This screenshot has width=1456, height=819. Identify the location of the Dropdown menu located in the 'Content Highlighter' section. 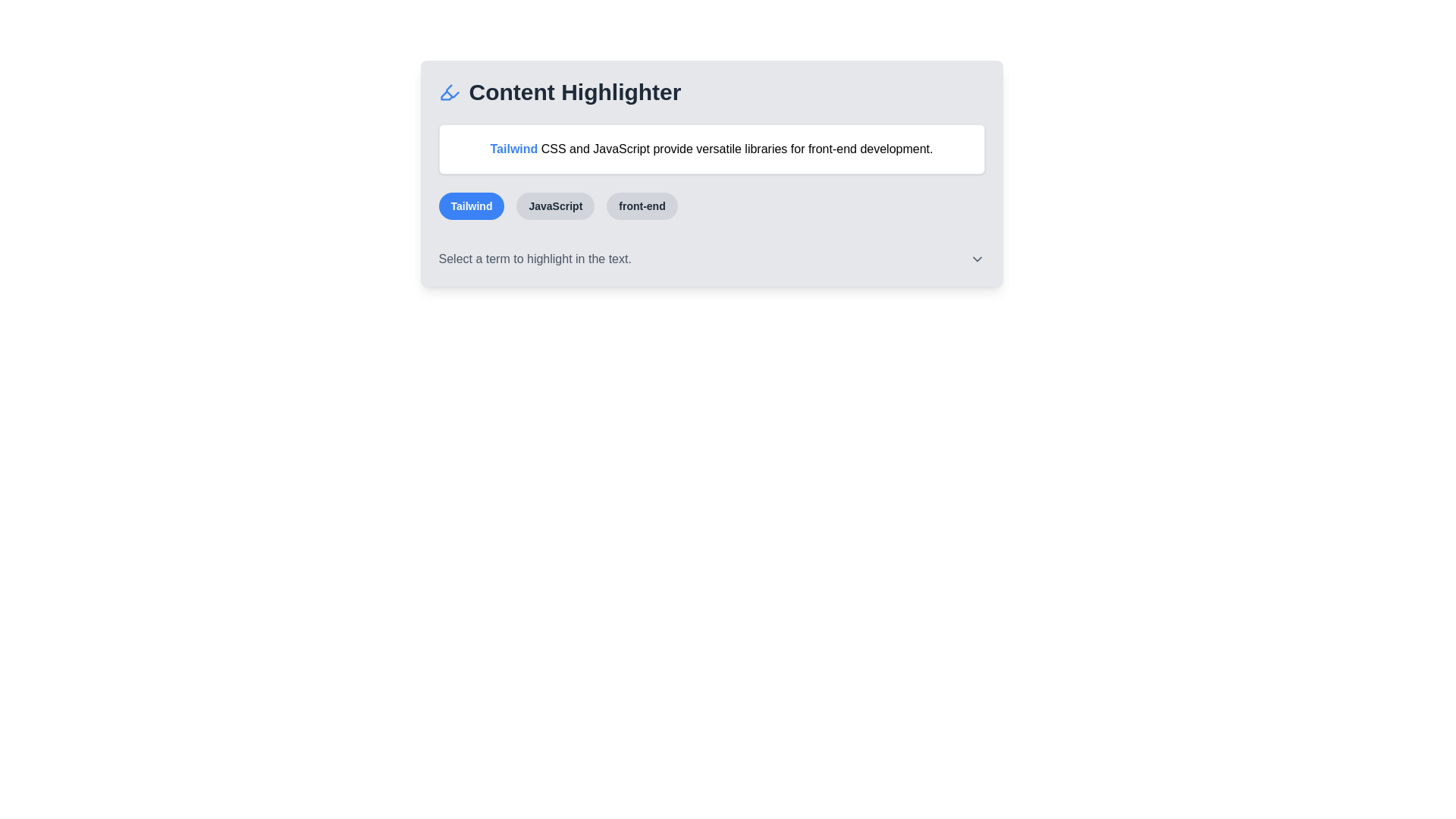
(711, 259).